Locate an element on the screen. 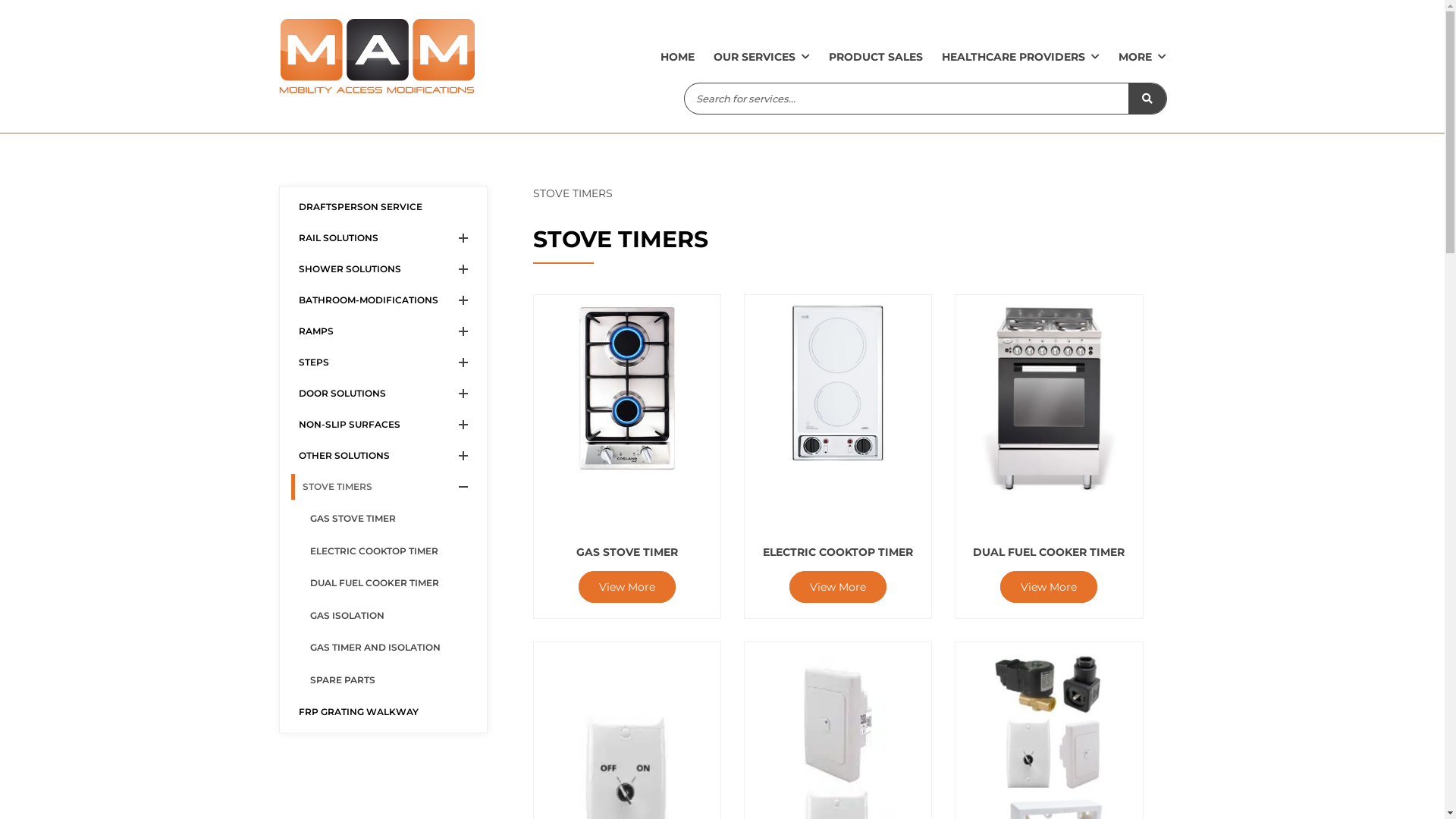  'GAS ISOLATION' is located at coordinates (302, 616).